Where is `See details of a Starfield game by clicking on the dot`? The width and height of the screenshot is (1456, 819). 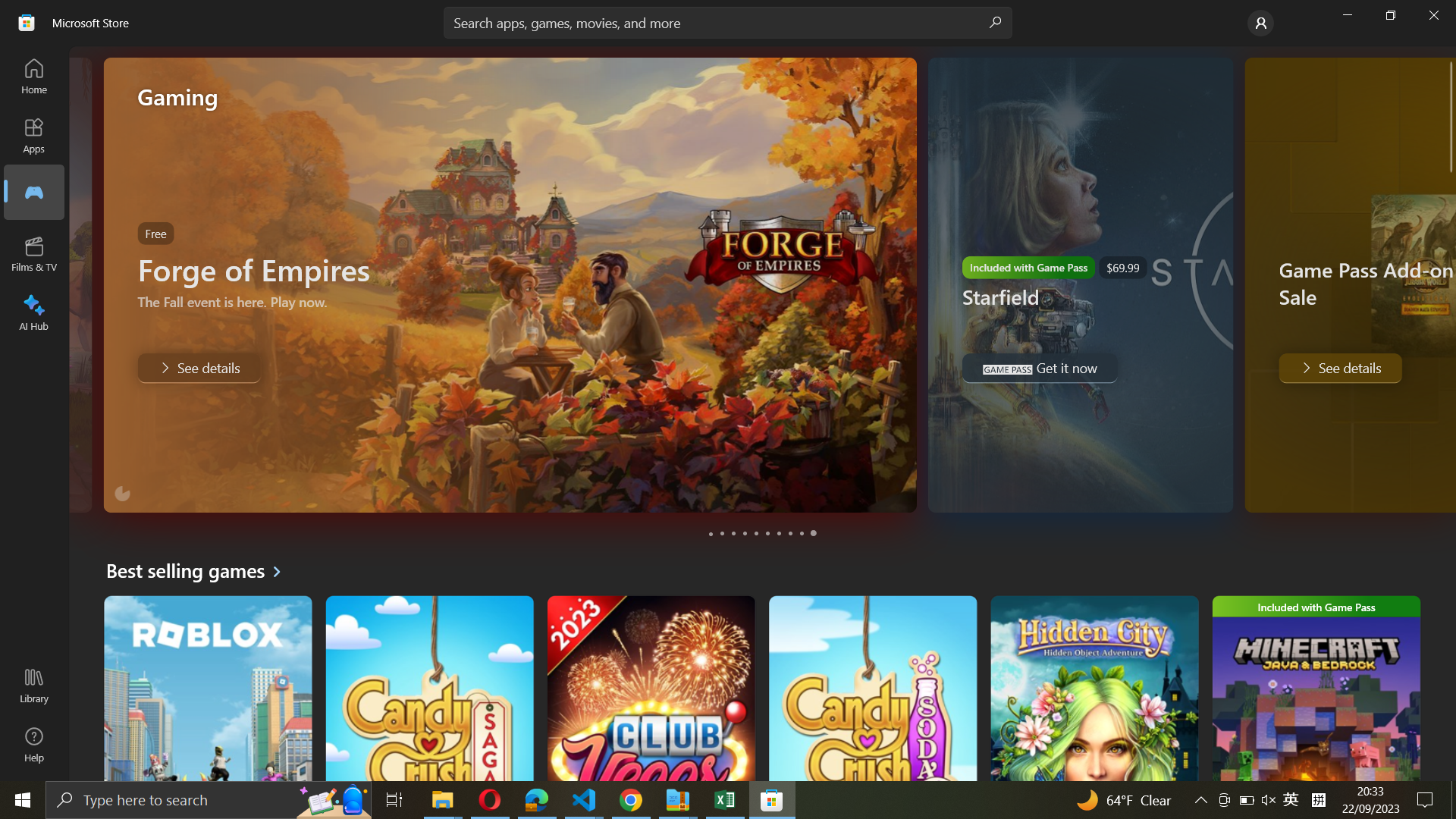
See details of a Starfield game by clicking on the dot is located at coordinates (722, 533).